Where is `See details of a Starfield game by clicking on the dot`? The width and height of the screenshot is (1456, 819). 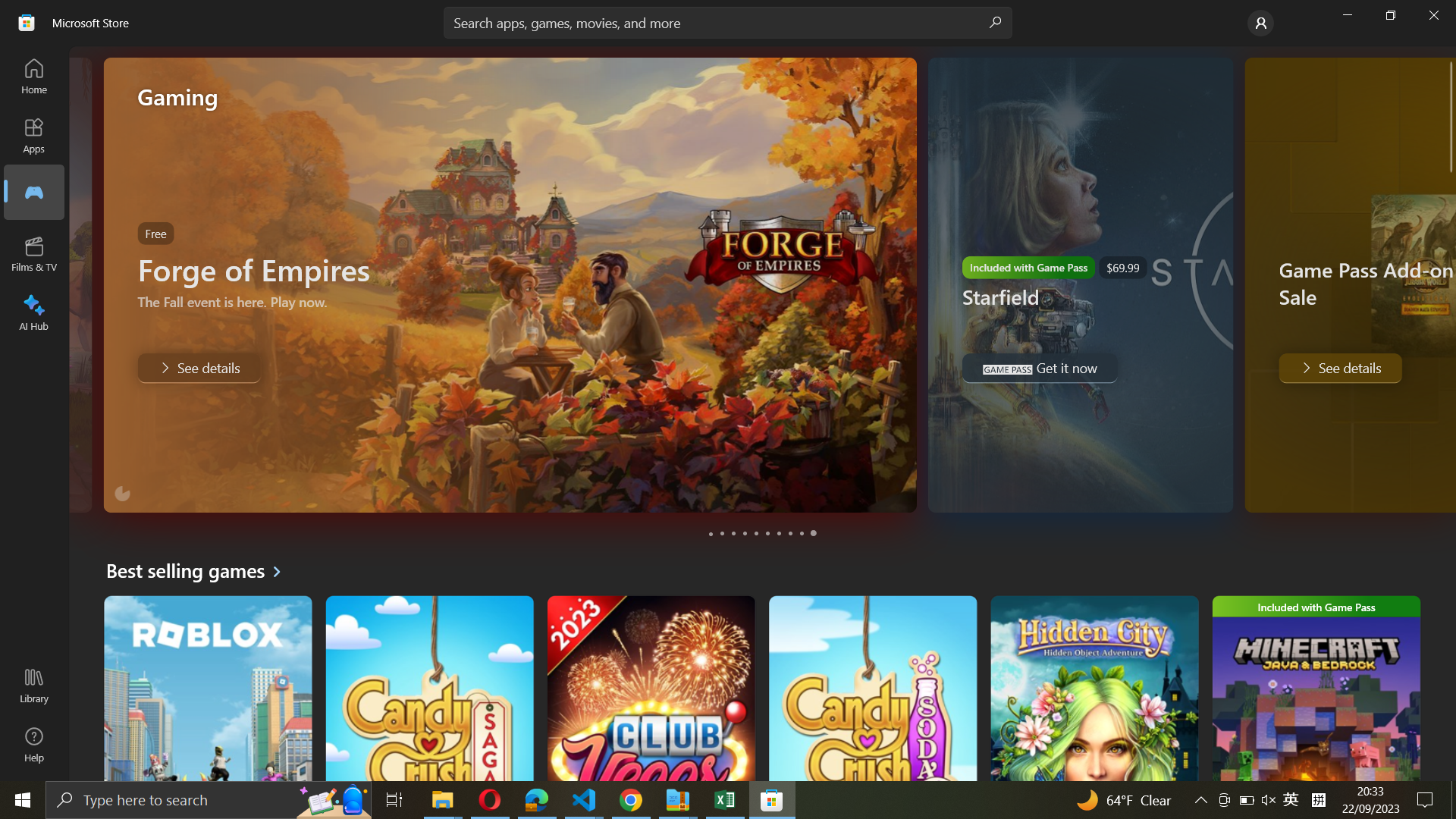
See details of a Starfield game by clicking on the dot is located at coordinates (722, 533).